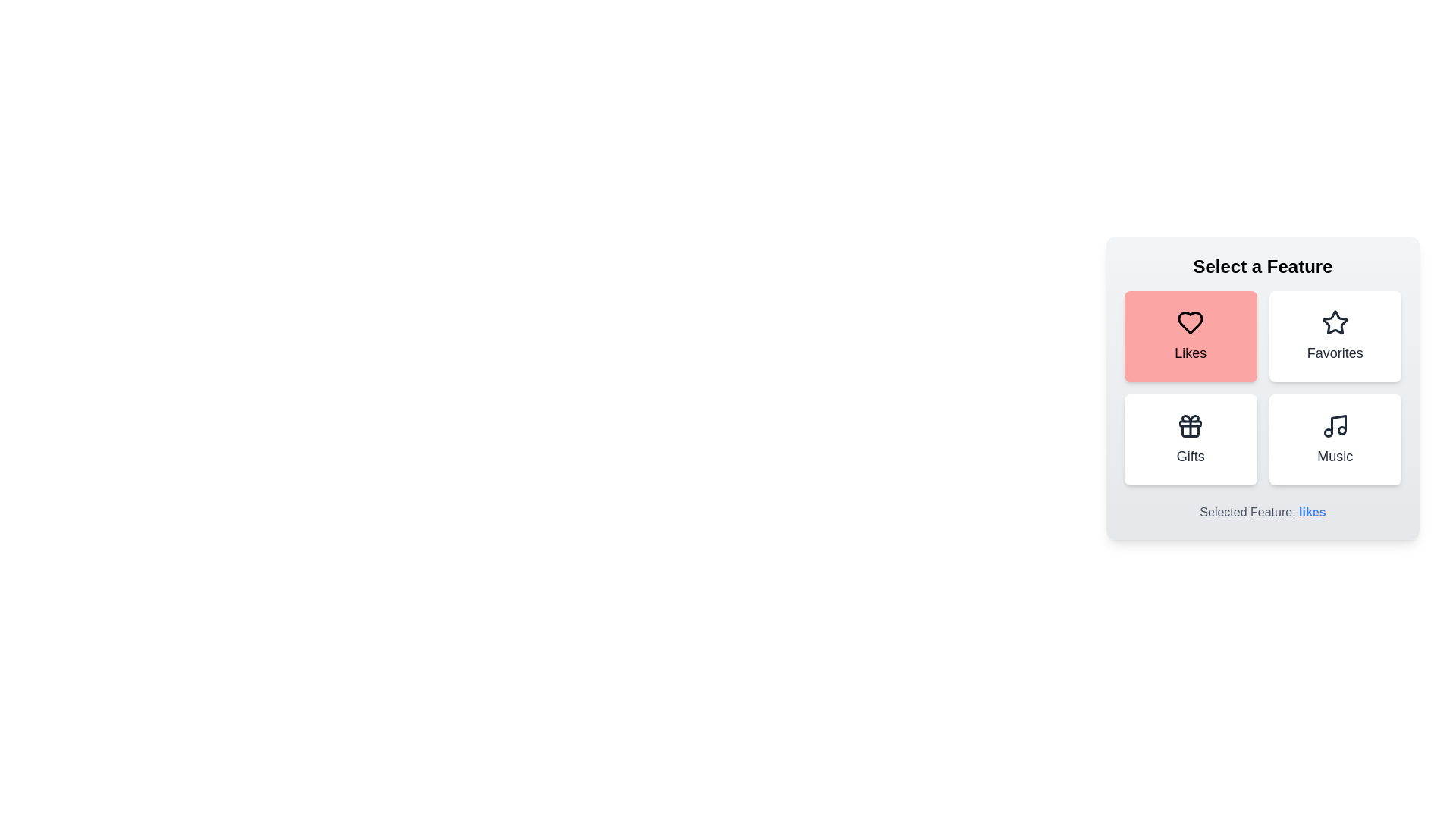 The image size is (1456, 819). I want to click on the feature button corresponding to Likes, so click(1190, 335).